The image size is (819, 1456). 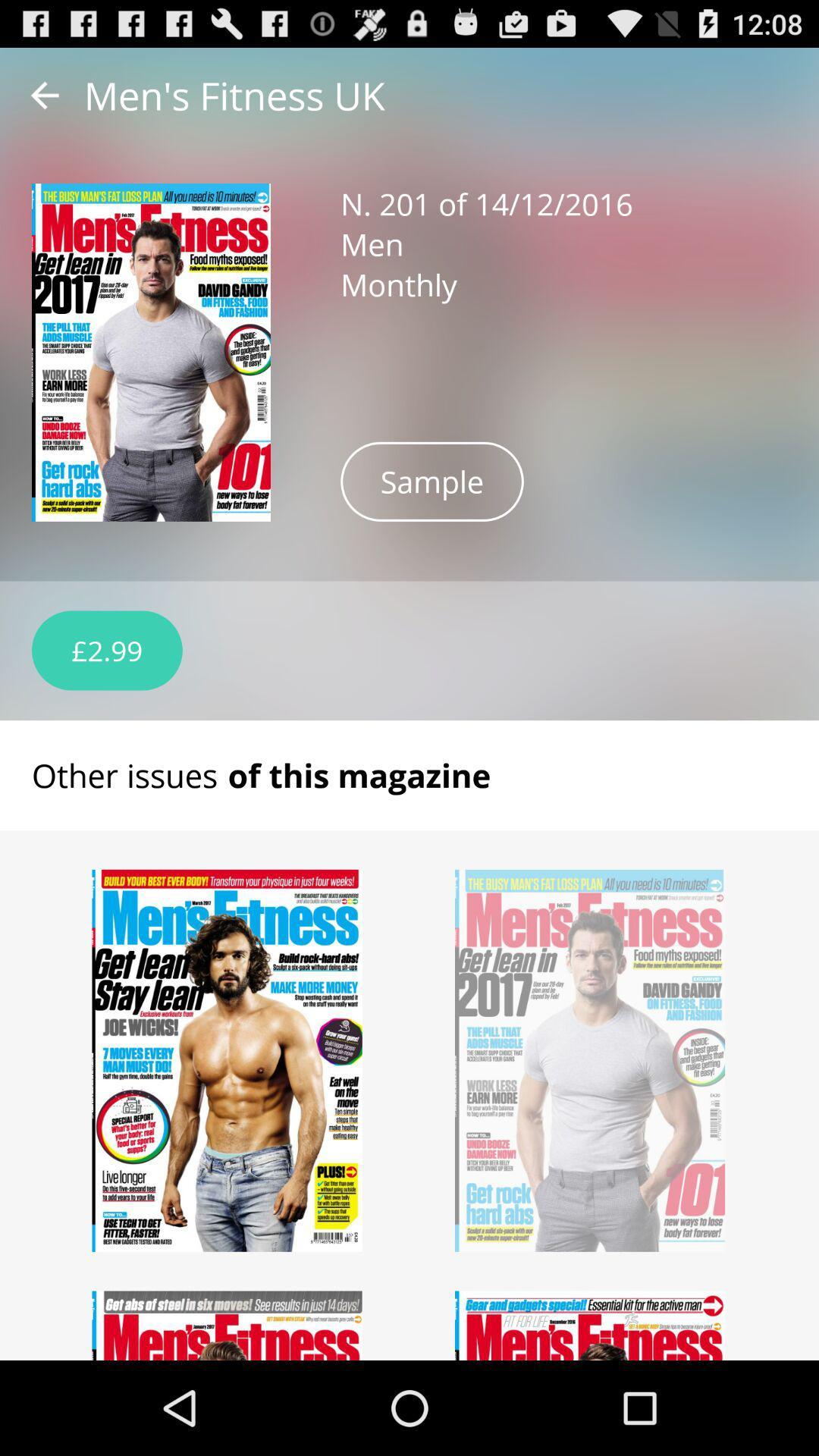 What do you see at coordinates (432, 481) in the screenshot?
I see `the item below monthly icon` at bounding box center [432, 481].